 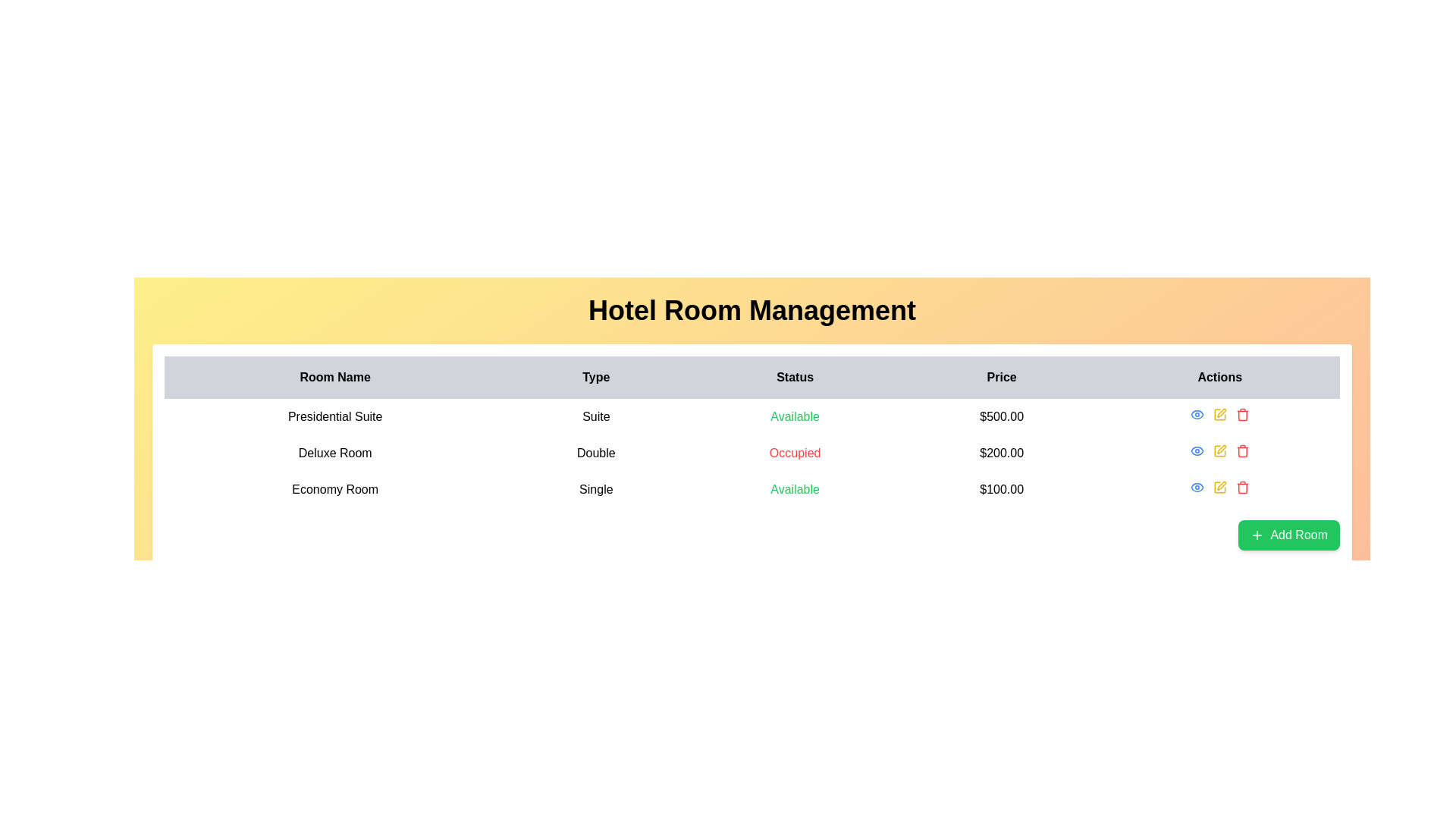 I want to click on the text label reading 'Available' in green color under the 'Status' column for the 'Presidential Suite.', so click(x=794, y=417).